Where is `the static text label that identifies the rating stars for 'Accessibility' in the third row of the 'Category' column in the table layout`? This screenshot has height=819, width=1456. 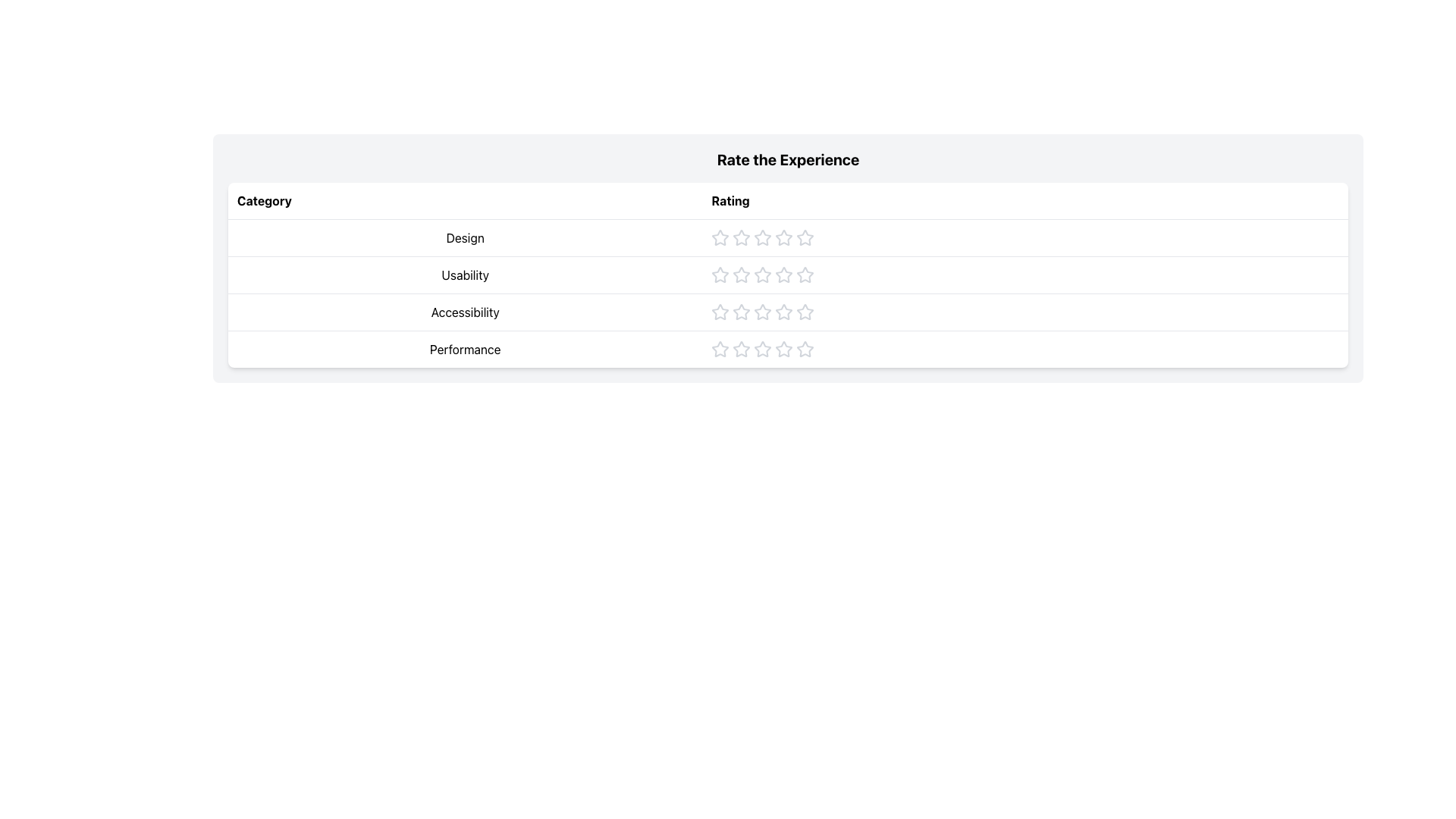
the static text label that identifies the rating stars for 'Accessibility' in the third row of the 'Category' column in the table layout is located at coordinates (464, 312).